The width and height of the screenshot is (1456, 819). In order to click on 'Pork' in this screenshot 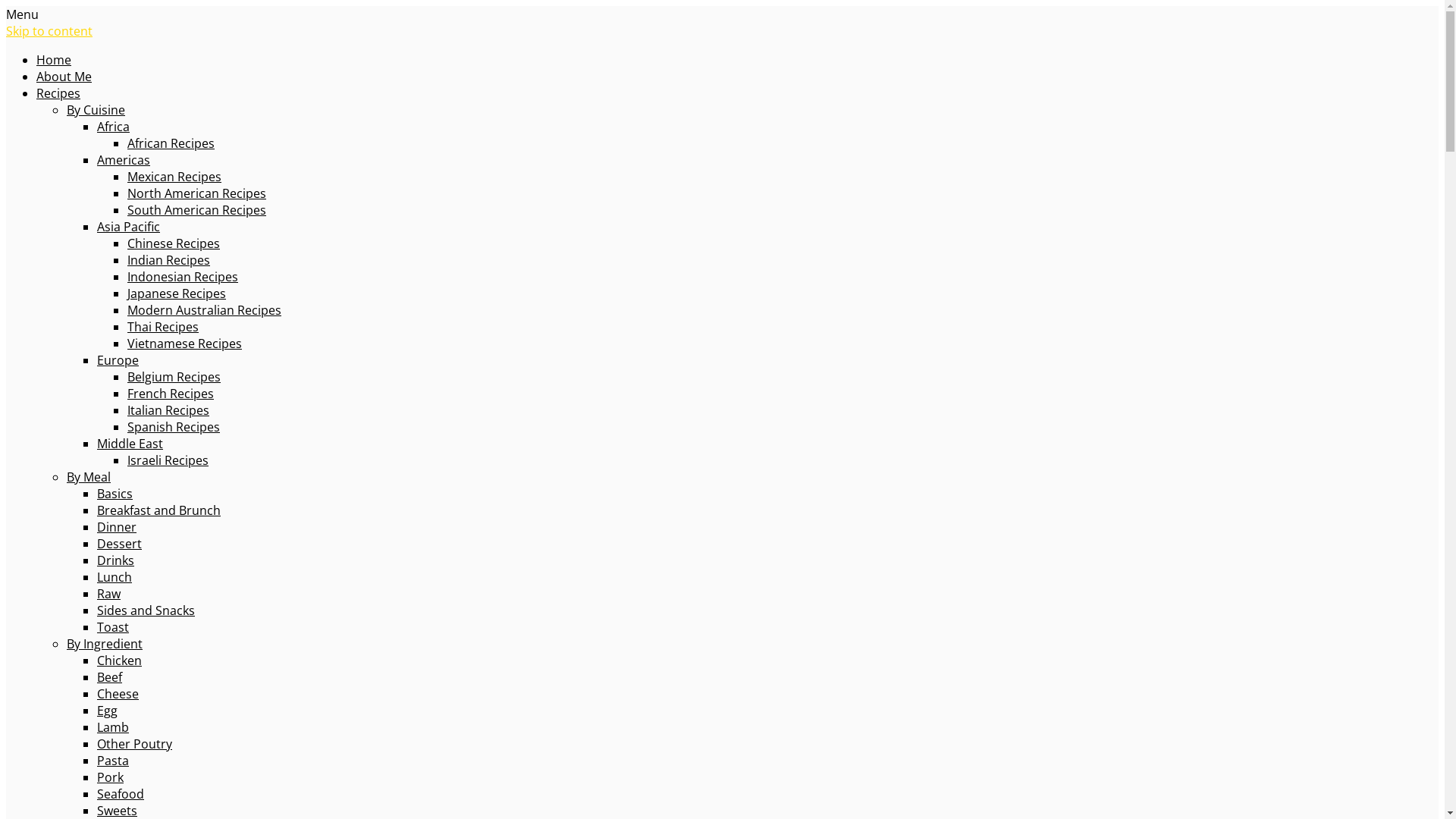, I will do `click(109, 777)`.